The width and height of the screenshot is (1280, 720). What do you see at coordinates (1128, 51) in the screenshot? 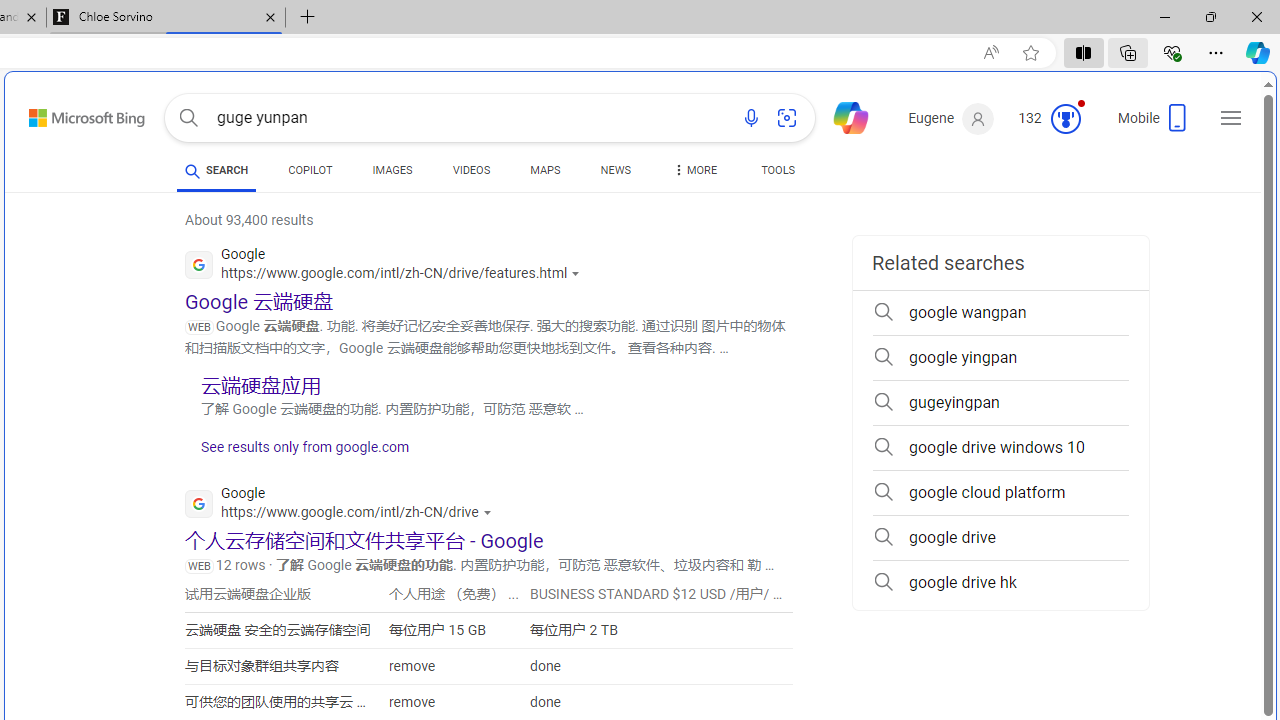
I see `'Collections'` at bounding box center [1128, 51].